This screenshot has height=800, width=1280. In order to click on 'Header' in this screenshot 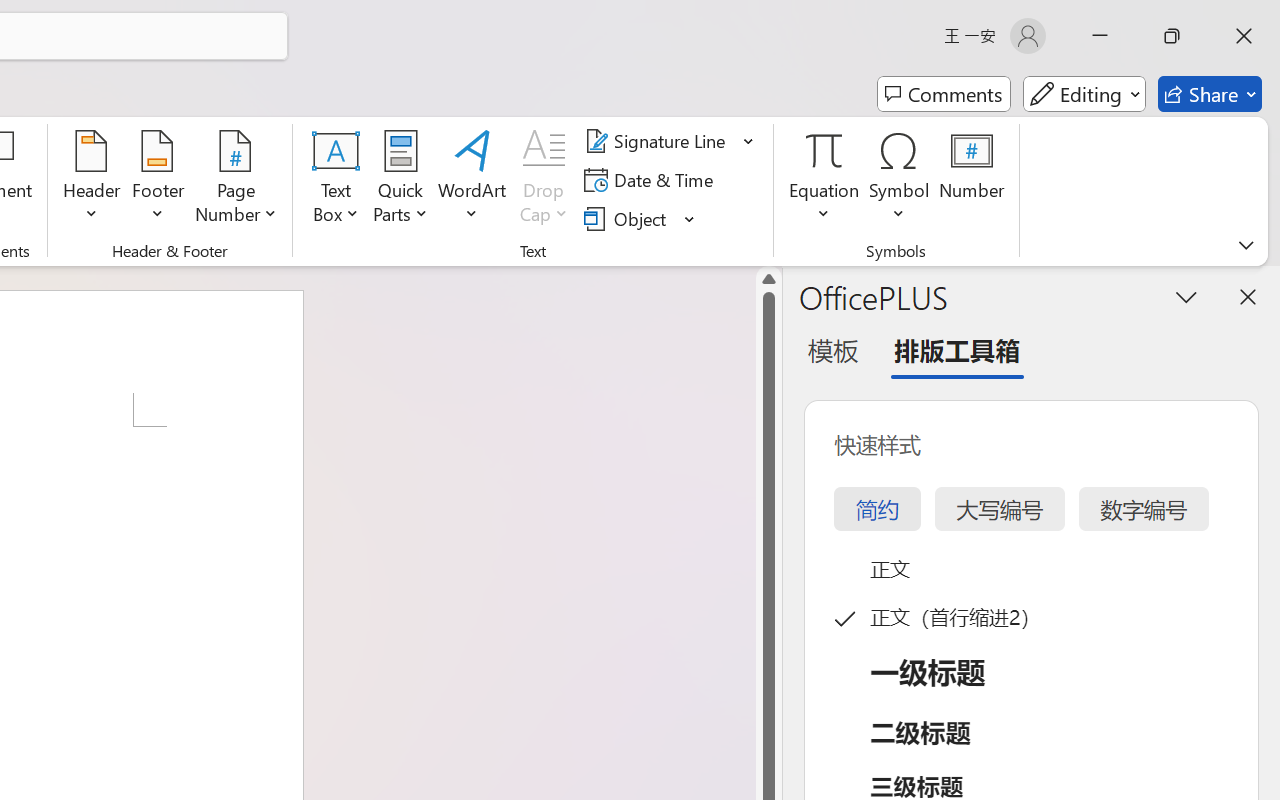, I will do `click(91, 179)`.